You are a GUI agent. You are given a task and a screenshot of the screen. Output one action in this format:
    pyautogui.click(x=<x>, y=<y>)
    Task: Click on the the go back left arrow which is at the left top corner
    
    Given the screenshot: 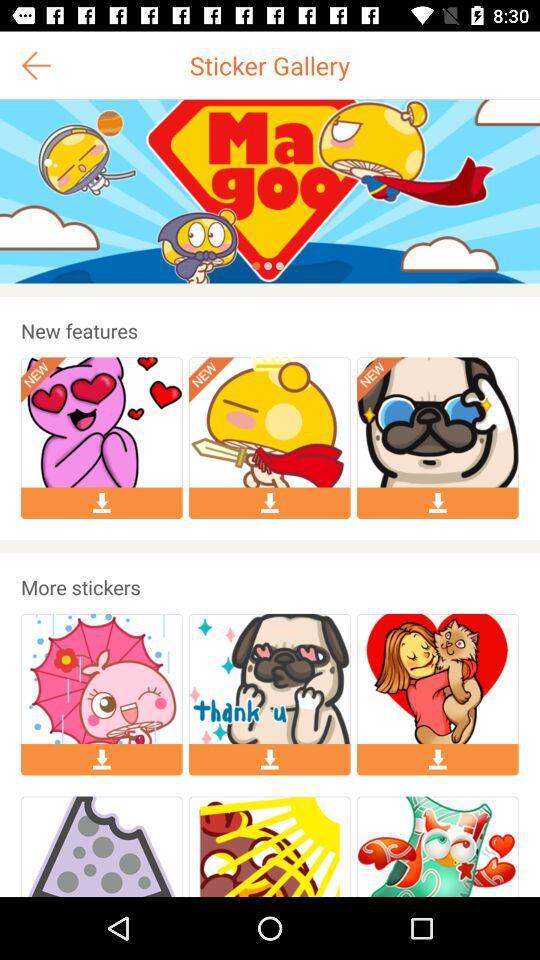 What is the action you would take?
    pyautogui.click(x=36, y=65)
    